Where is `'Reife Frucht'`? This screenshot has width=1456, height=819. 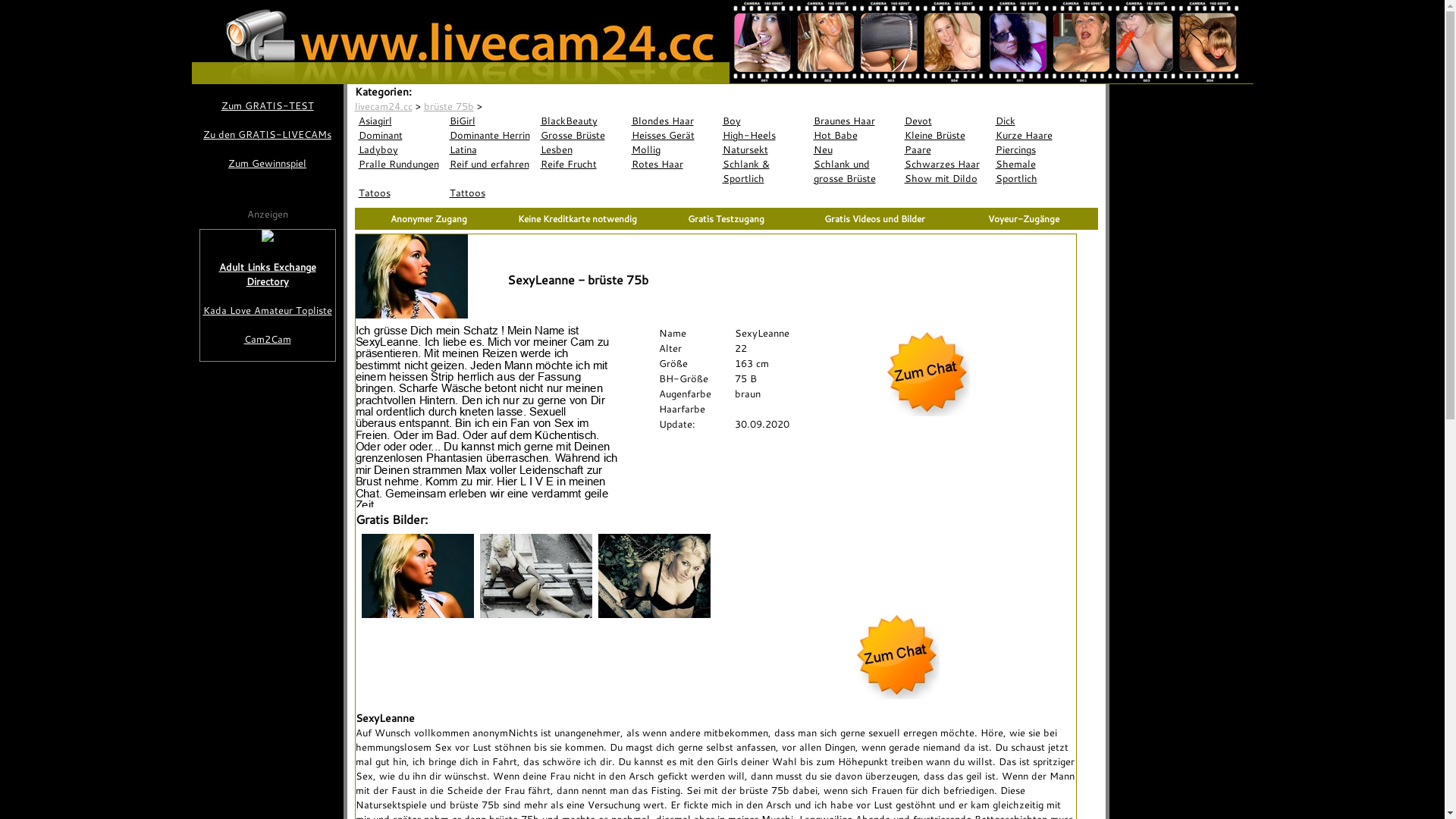 'Reife Frucht' is located at coordinates (582, 164).